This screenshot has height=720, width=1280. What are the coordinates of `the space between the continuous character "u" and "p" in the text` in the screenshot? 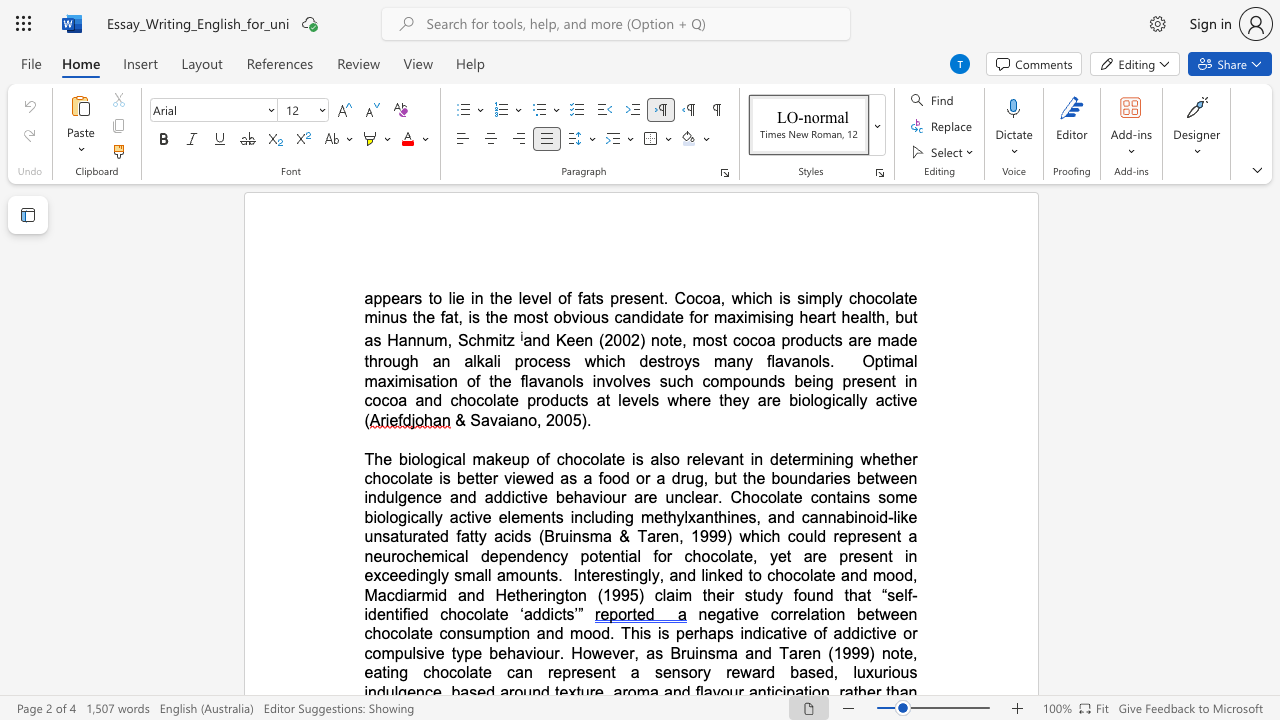 It's located at (520, 459).